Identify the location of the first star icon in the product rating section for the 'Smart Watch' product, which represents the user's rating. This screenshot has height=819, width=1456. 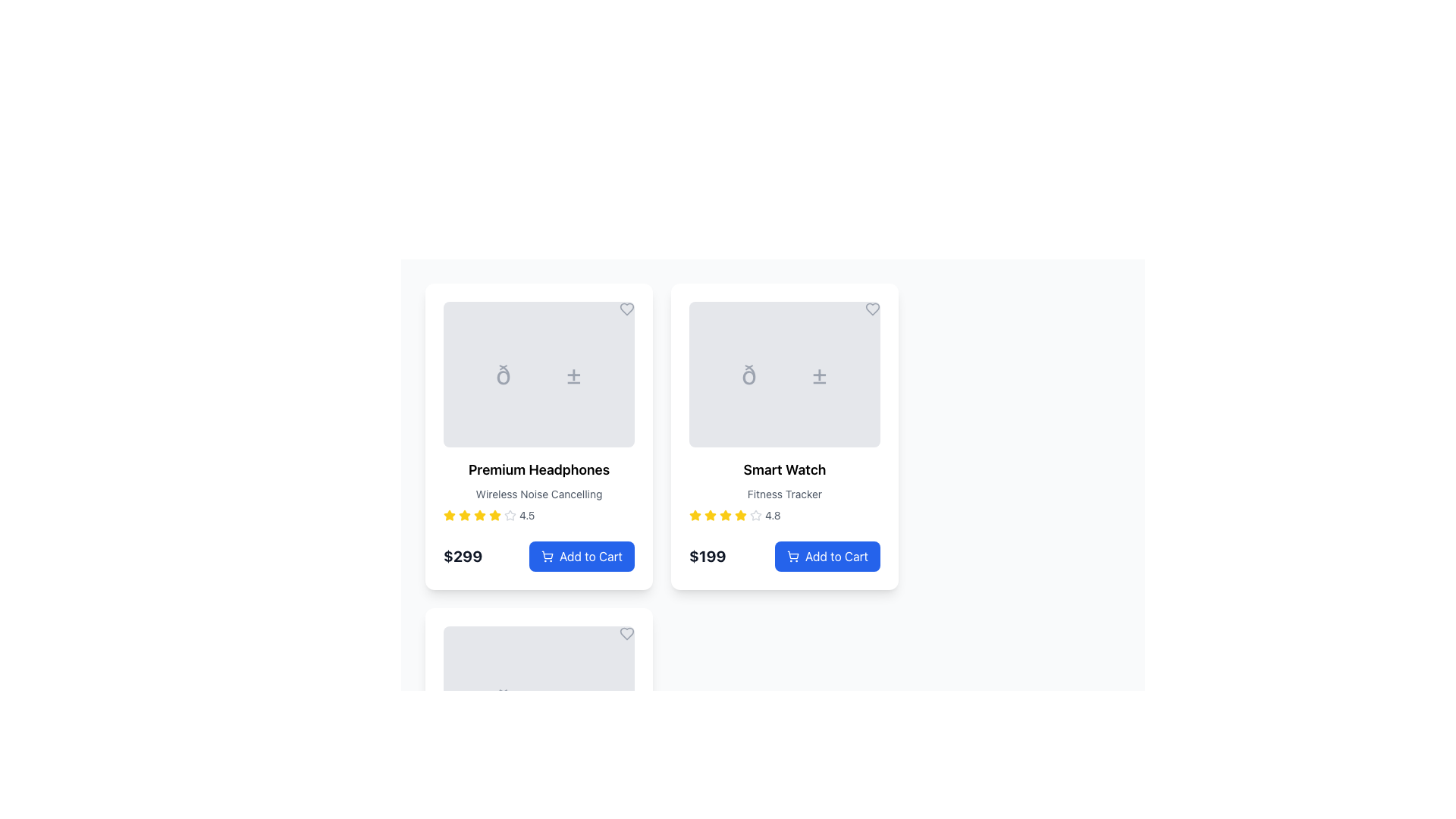
(694, 514).